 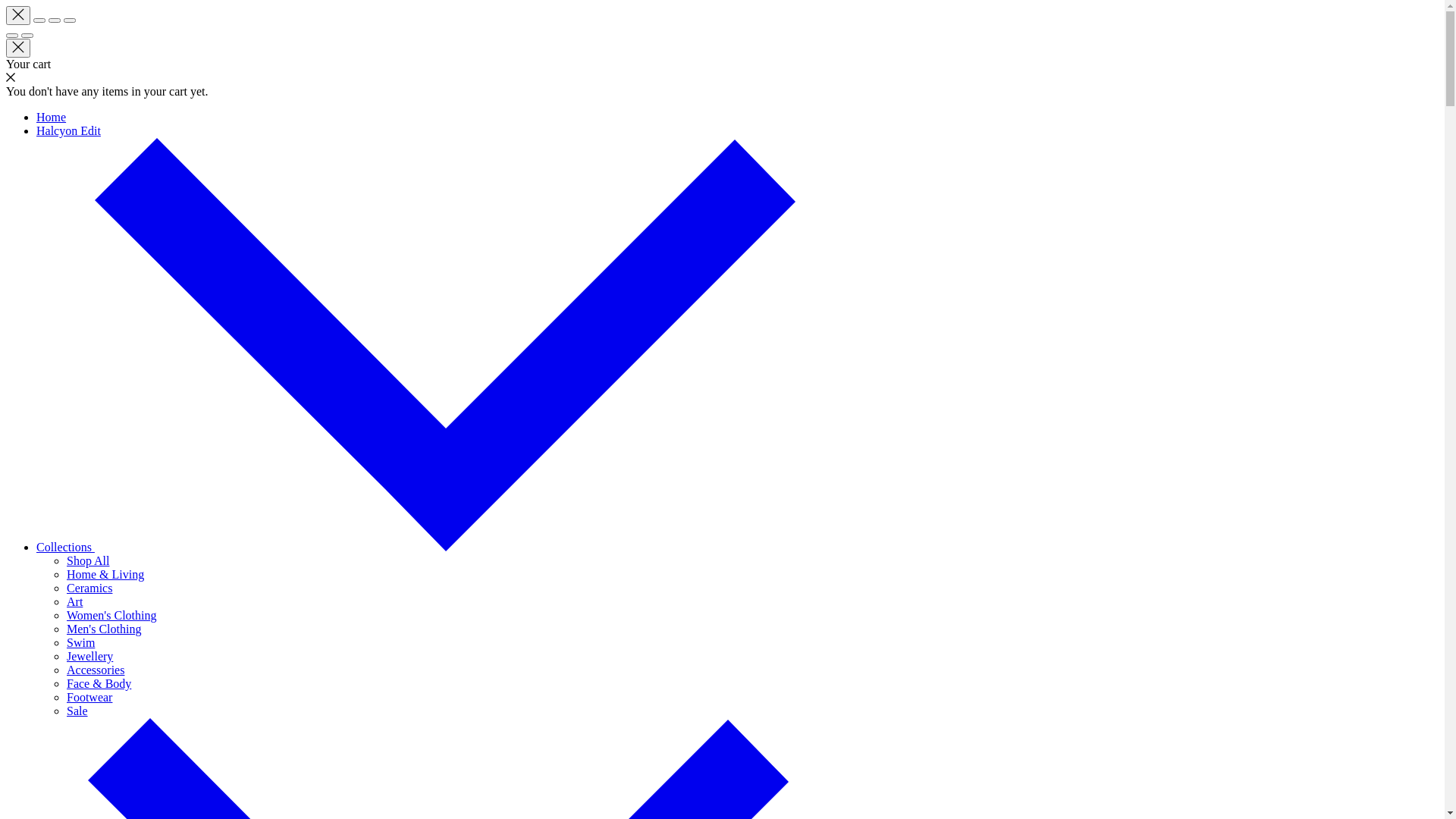 What do you see at coordinates (65, 697) in the screenshot?
I see `'Footwear'` at bounding box center [65, 697].